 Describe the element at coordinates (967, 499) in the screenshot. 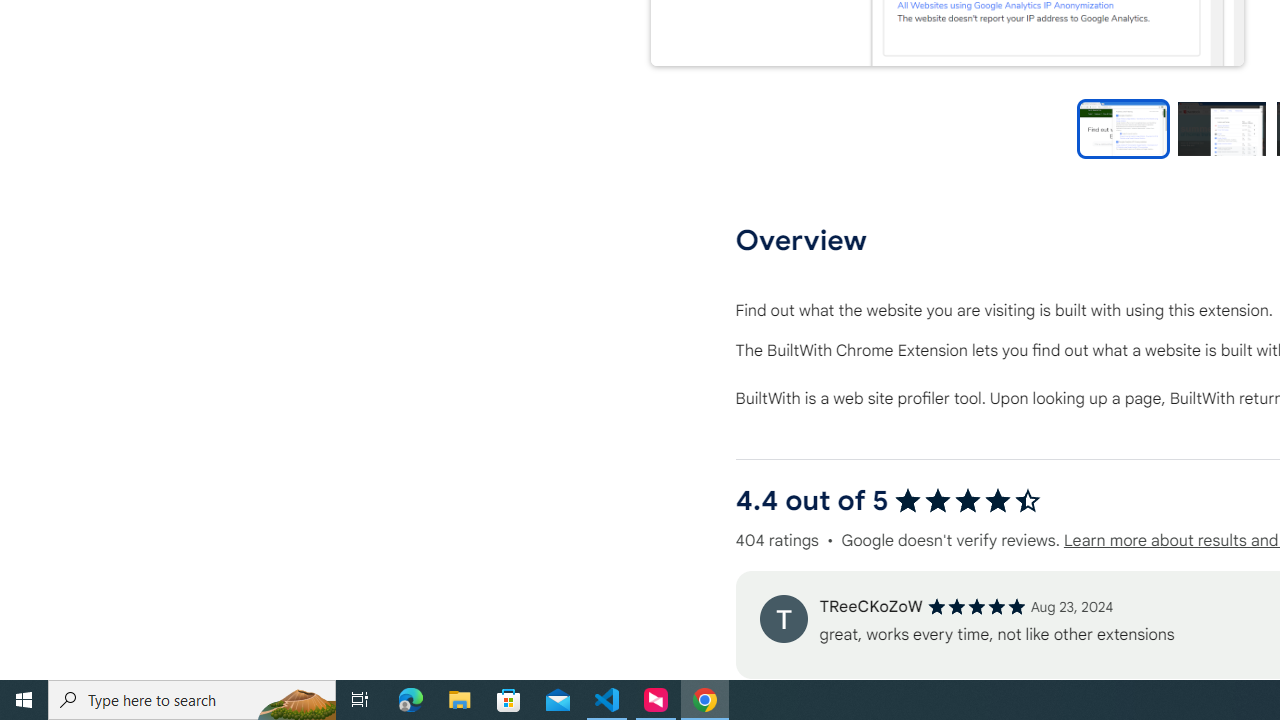

I see `'4.4 out of 5 stars'` at that location.